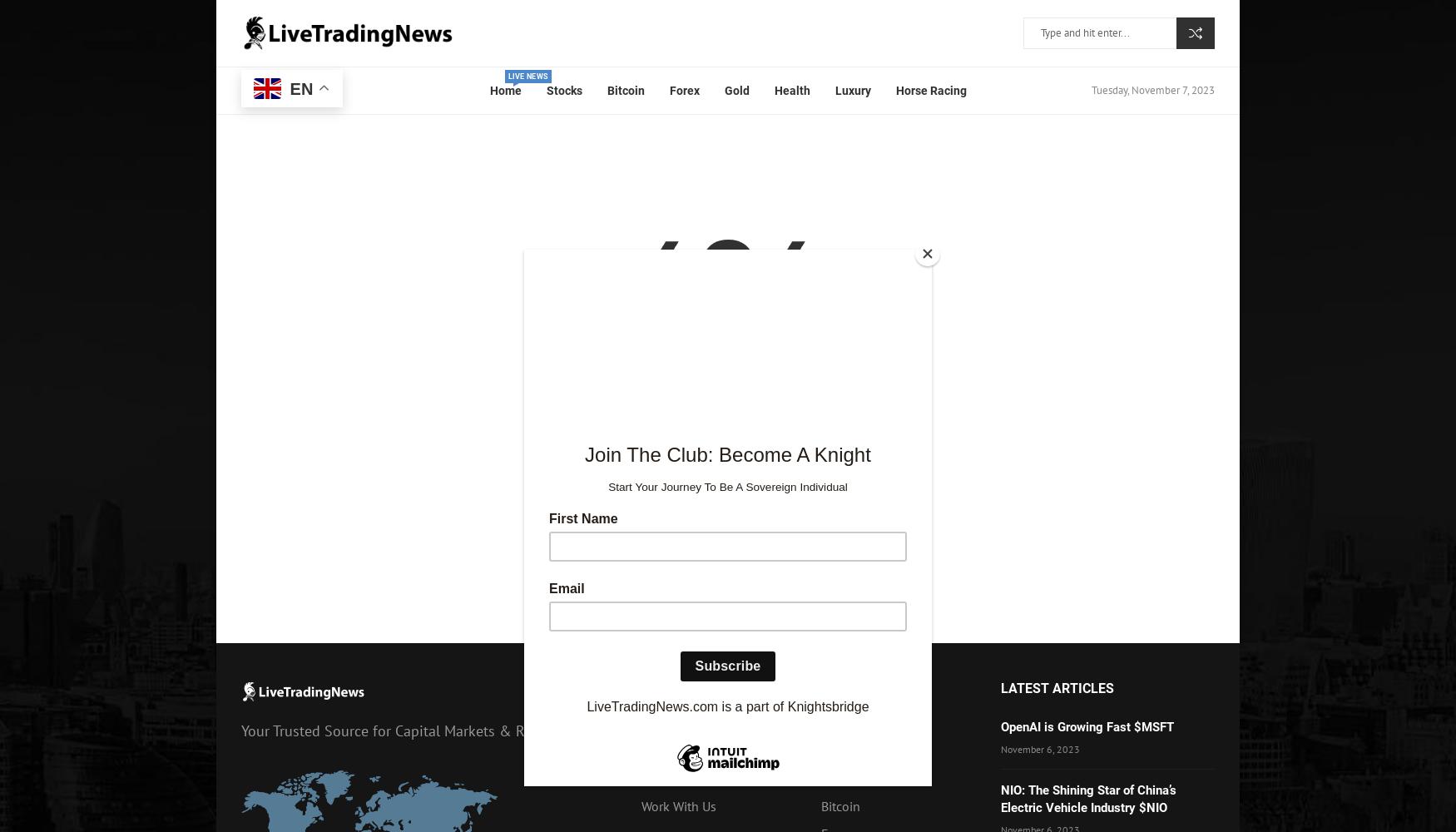 The width and height of the screenshot is (1456, 832). What do you see at coordinates (527, 381) in the screenshot?
I see `'OOPS! Page you're looking for doesn't exist. Please use search for help'` at bounding box center [527, 381].